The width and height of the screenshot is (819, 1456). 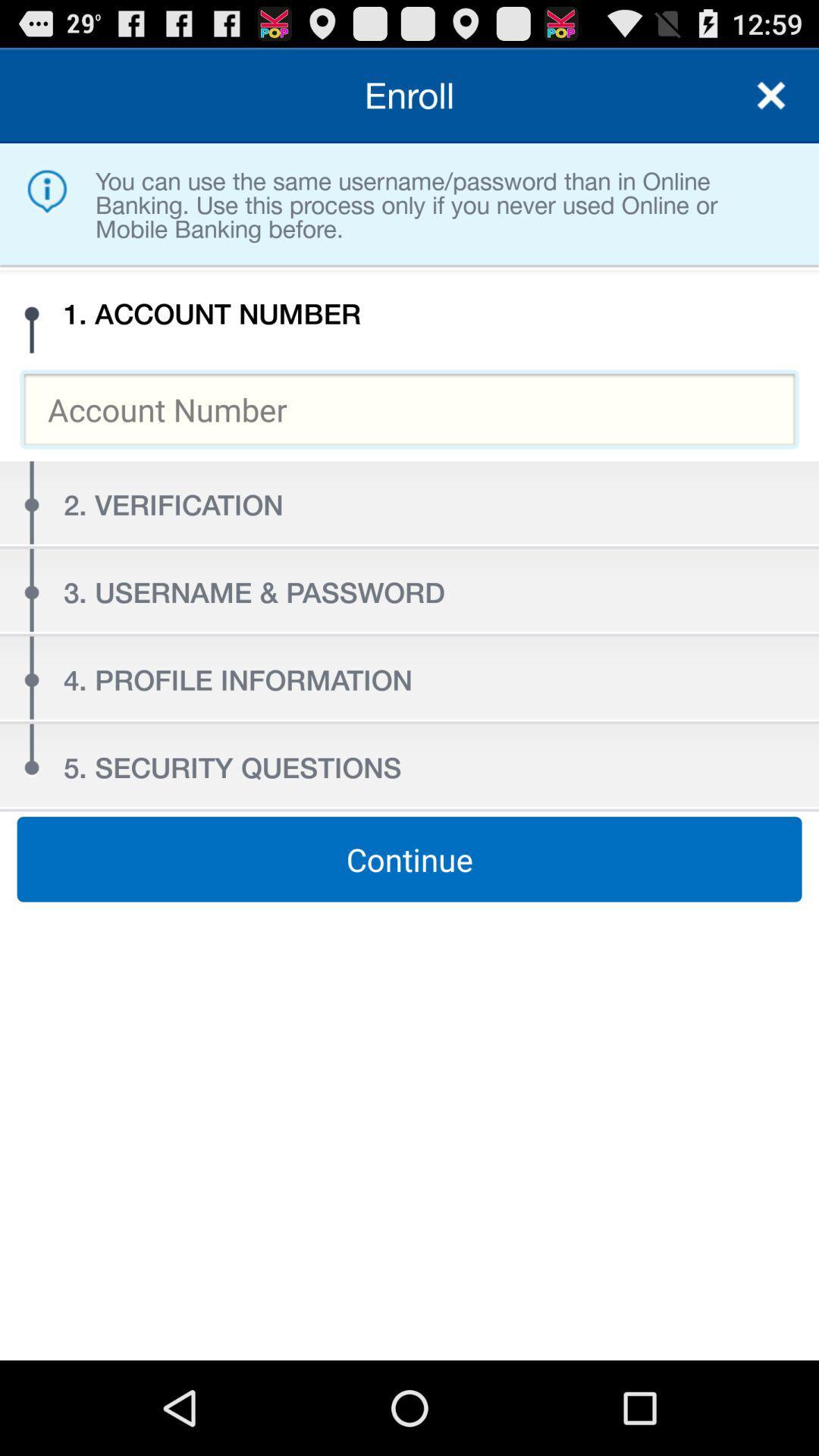 I want to click on close, so click(x=771, y=94).